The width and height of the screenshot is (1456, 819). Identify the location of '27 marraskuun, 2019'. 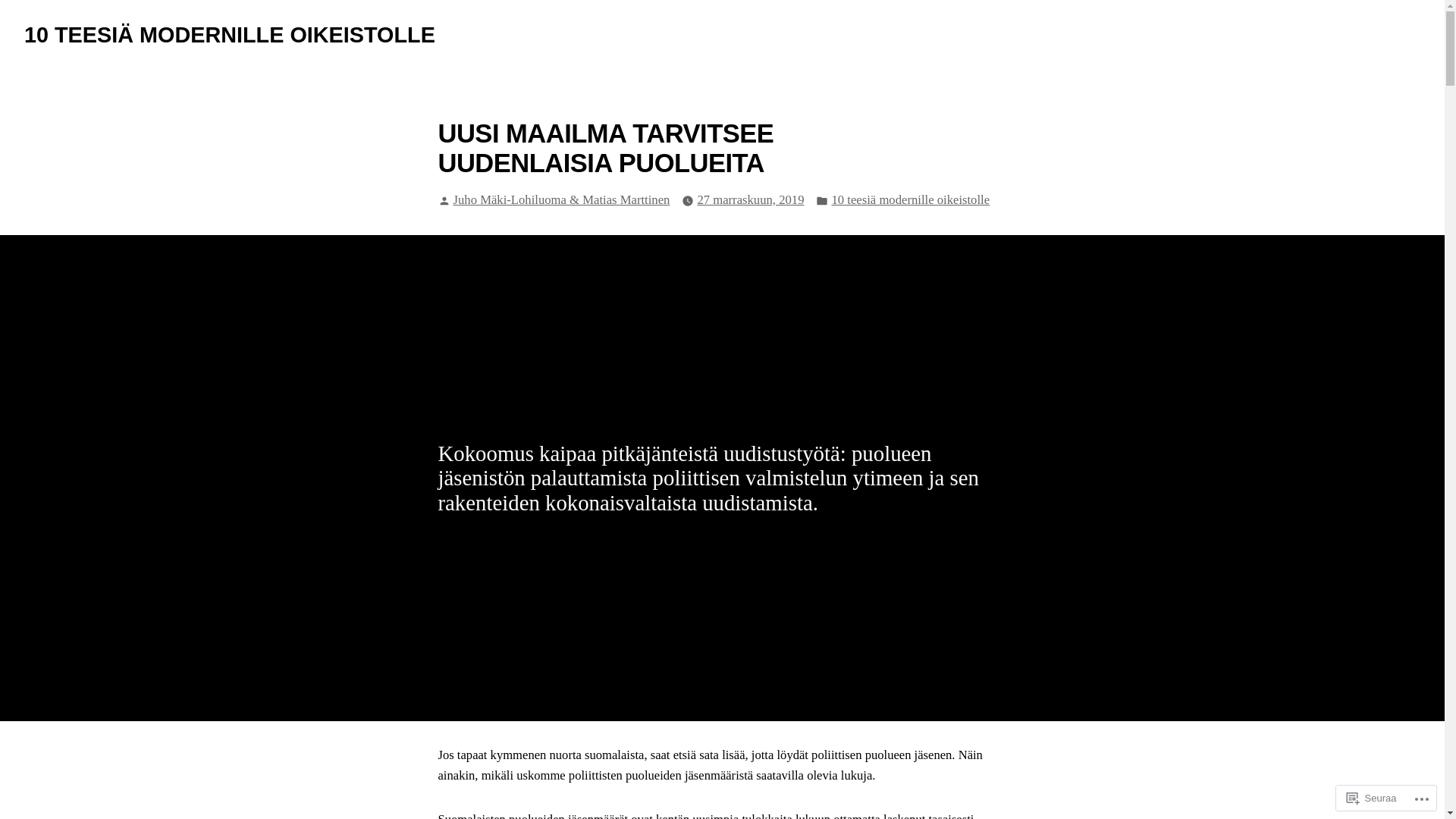
(750, 199).